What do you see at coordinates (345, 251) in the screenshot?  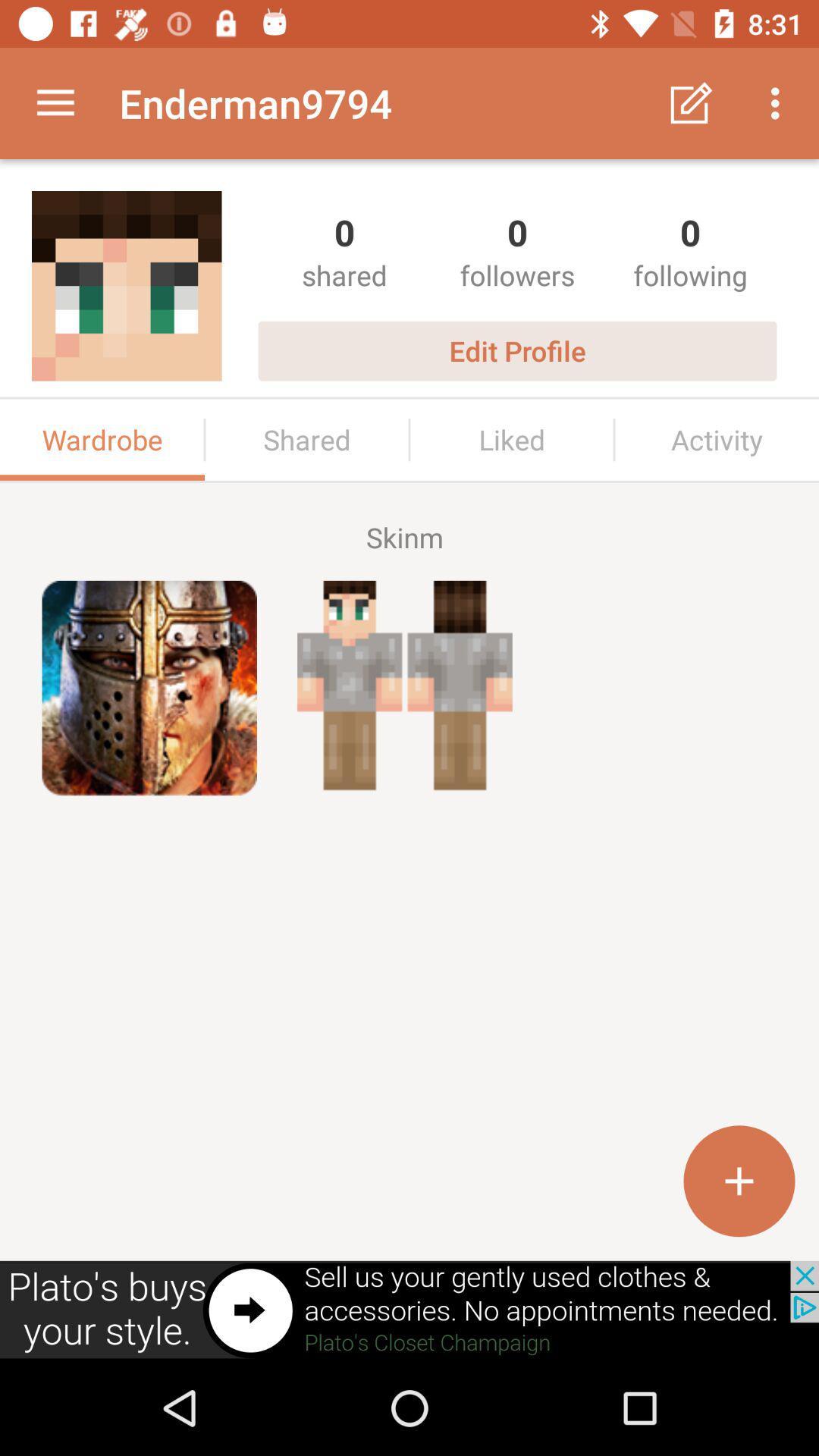 I see `the first shared option` at bounding box center [345, 251].